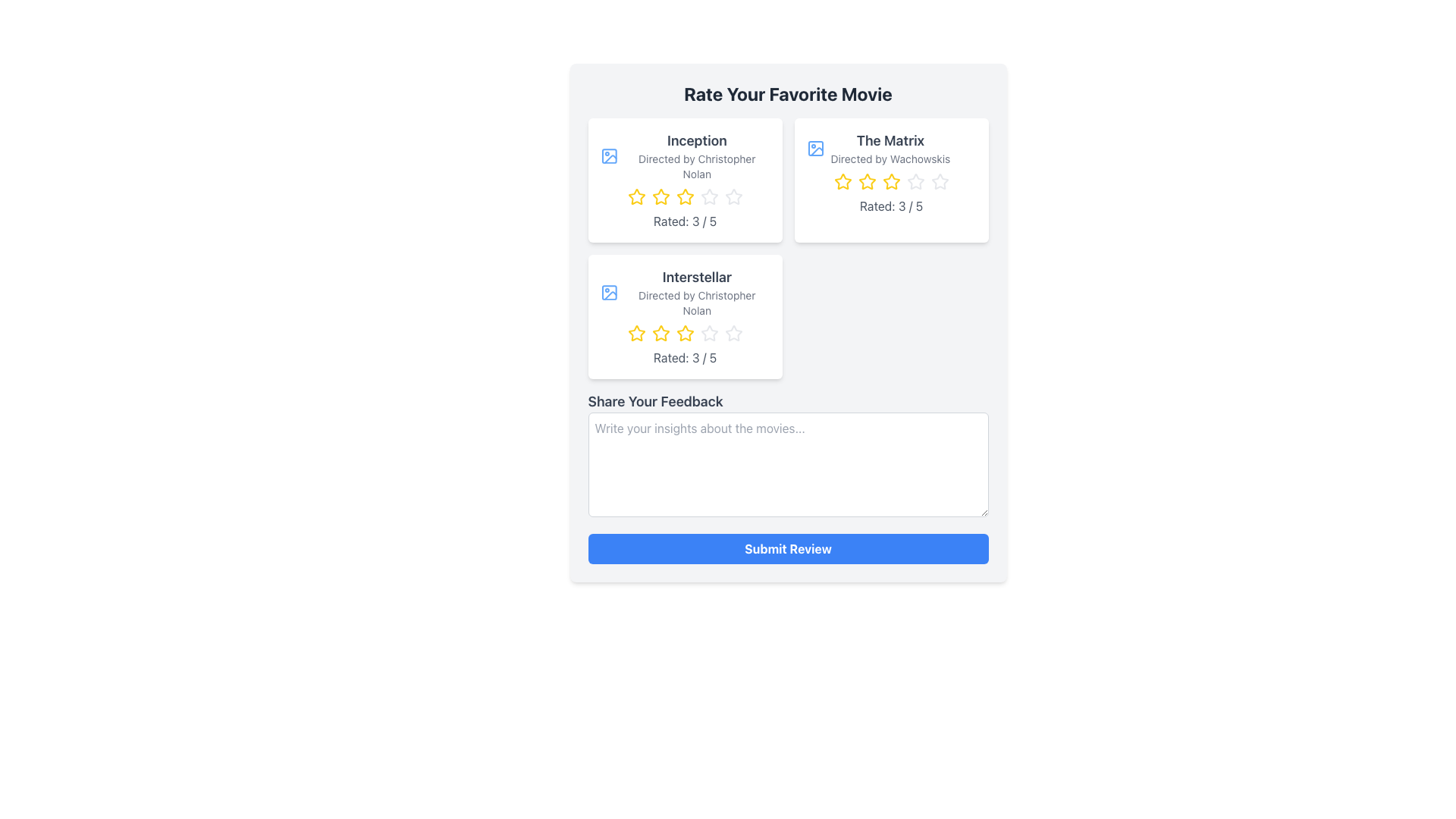 Image resolution: width=1456 pixels, height=819 pixels. I want to click on nearby elements related to the movie title 'Interstellar' displayed in the Text Display, which shows the director Christopher Nolan's name, so click(696, 292).